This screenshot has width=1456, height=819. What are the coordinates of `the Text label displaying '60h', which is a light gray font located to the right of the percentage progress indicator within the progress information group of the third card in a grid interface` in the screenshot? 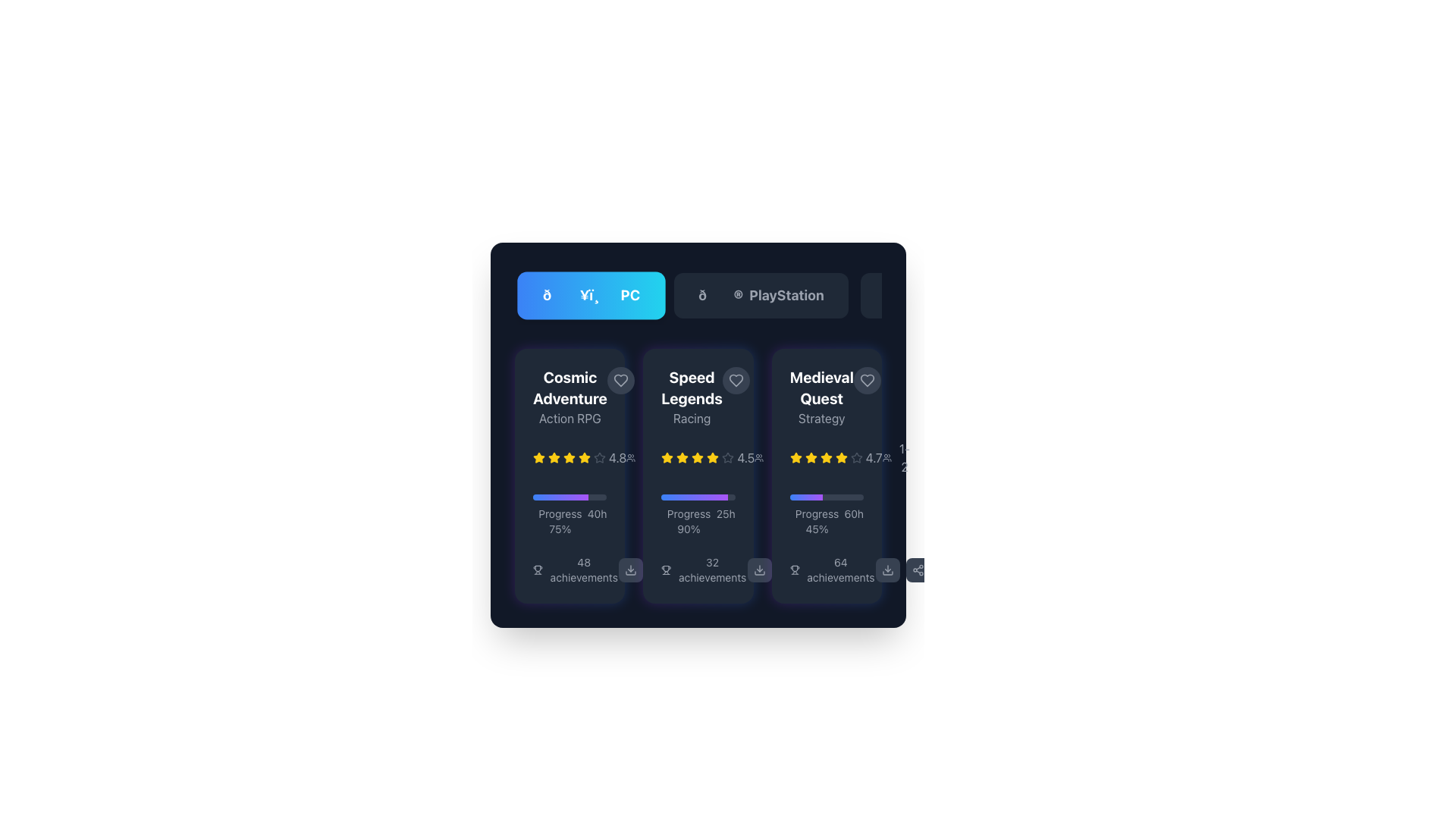 It's located at (854, 520).